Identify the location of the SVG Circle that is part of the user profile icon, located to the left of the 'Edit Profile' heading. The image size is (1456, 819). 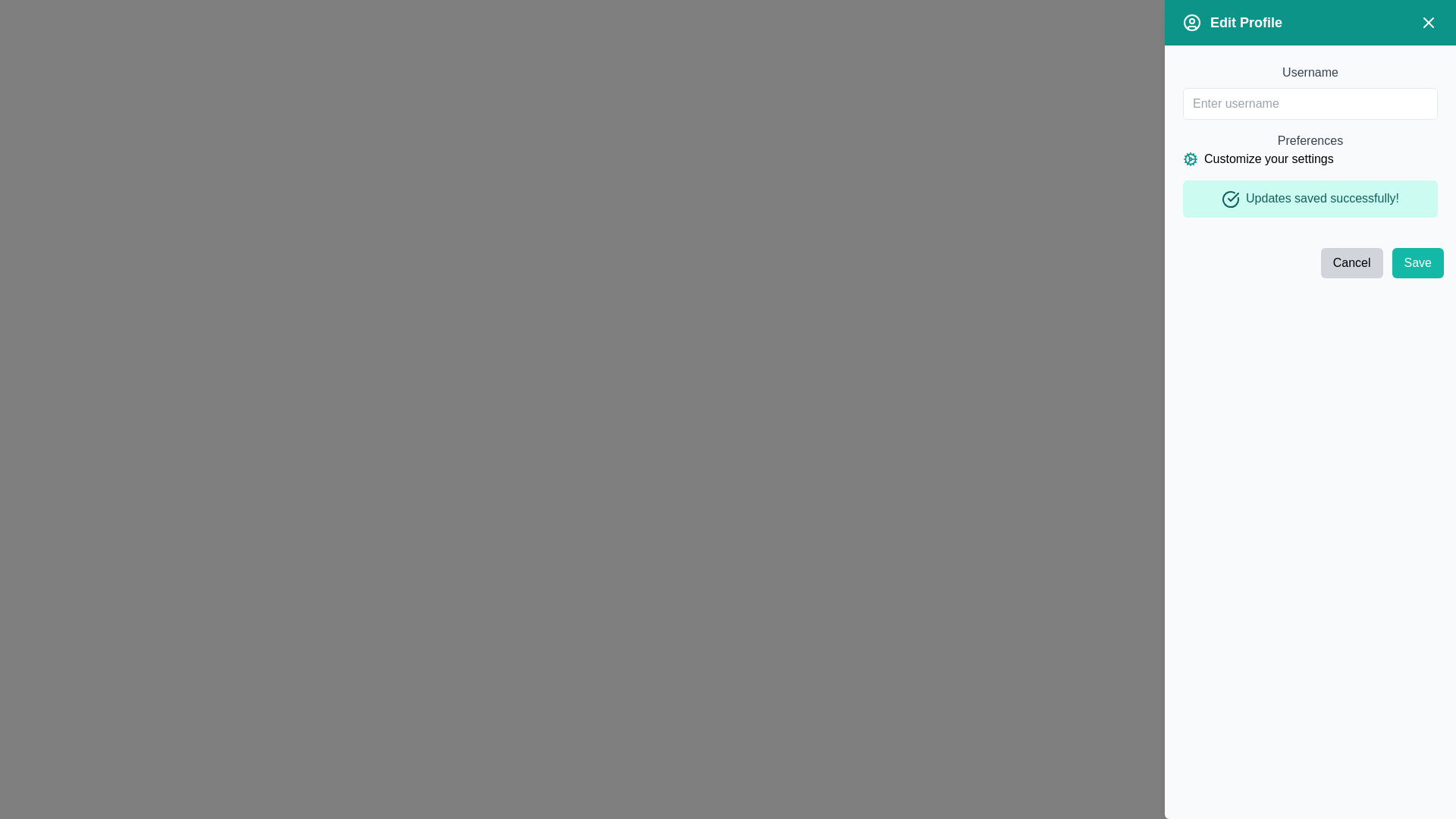
(1191, 23).